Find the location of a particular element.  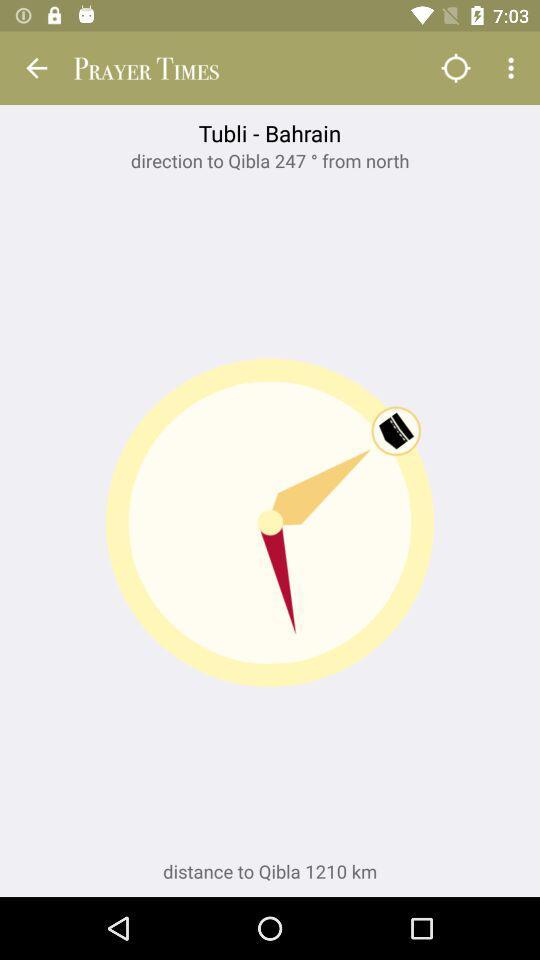

the app to the right of prayer times item is located at coordinates (455, 68).